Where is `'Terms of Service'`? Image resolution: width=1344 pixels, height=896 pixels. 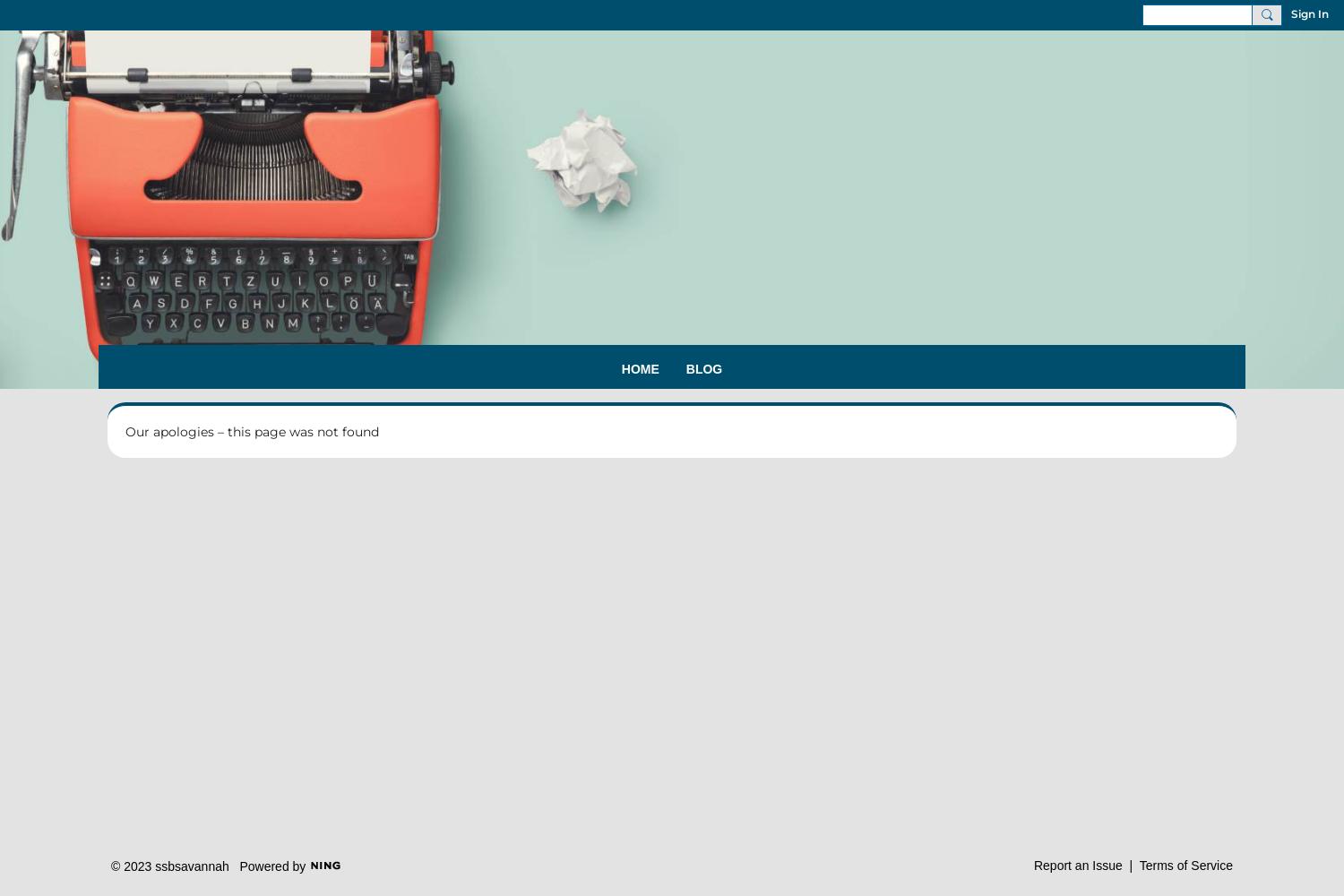 'Terms of Service' is located at coordinates (1138, 864).